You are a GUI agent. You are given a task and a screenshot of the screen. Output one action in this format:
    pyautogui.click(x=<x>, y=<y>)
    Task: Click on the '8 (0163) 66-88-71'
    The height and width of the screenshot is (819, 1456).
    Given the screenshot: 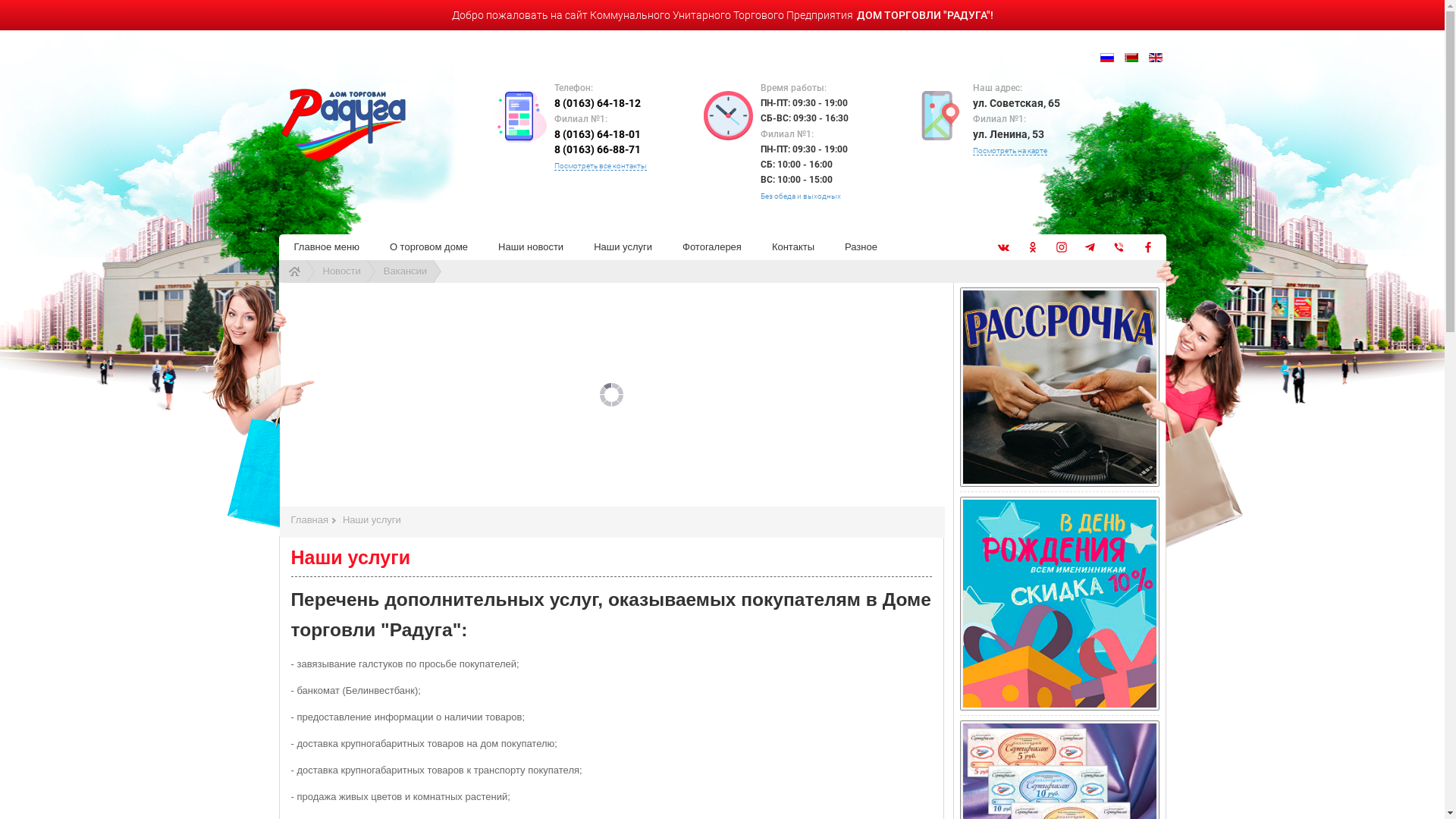 What is the action you would take?
    pyautogui.click(x=552, y=149)
    